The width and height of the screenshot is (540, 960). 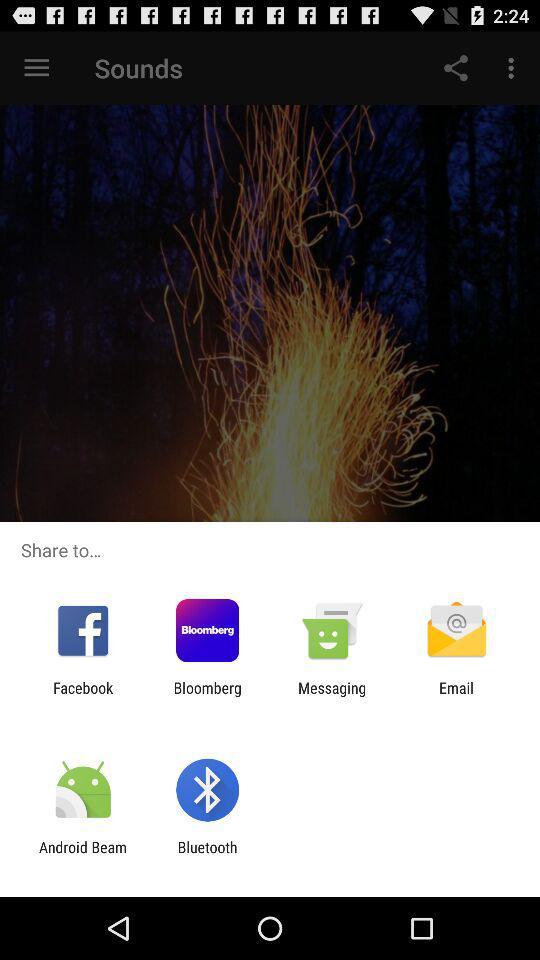 What do you see at coordinates (456, 696) in the screenshot?
I see `email icon` at bounding box center [456, 696].